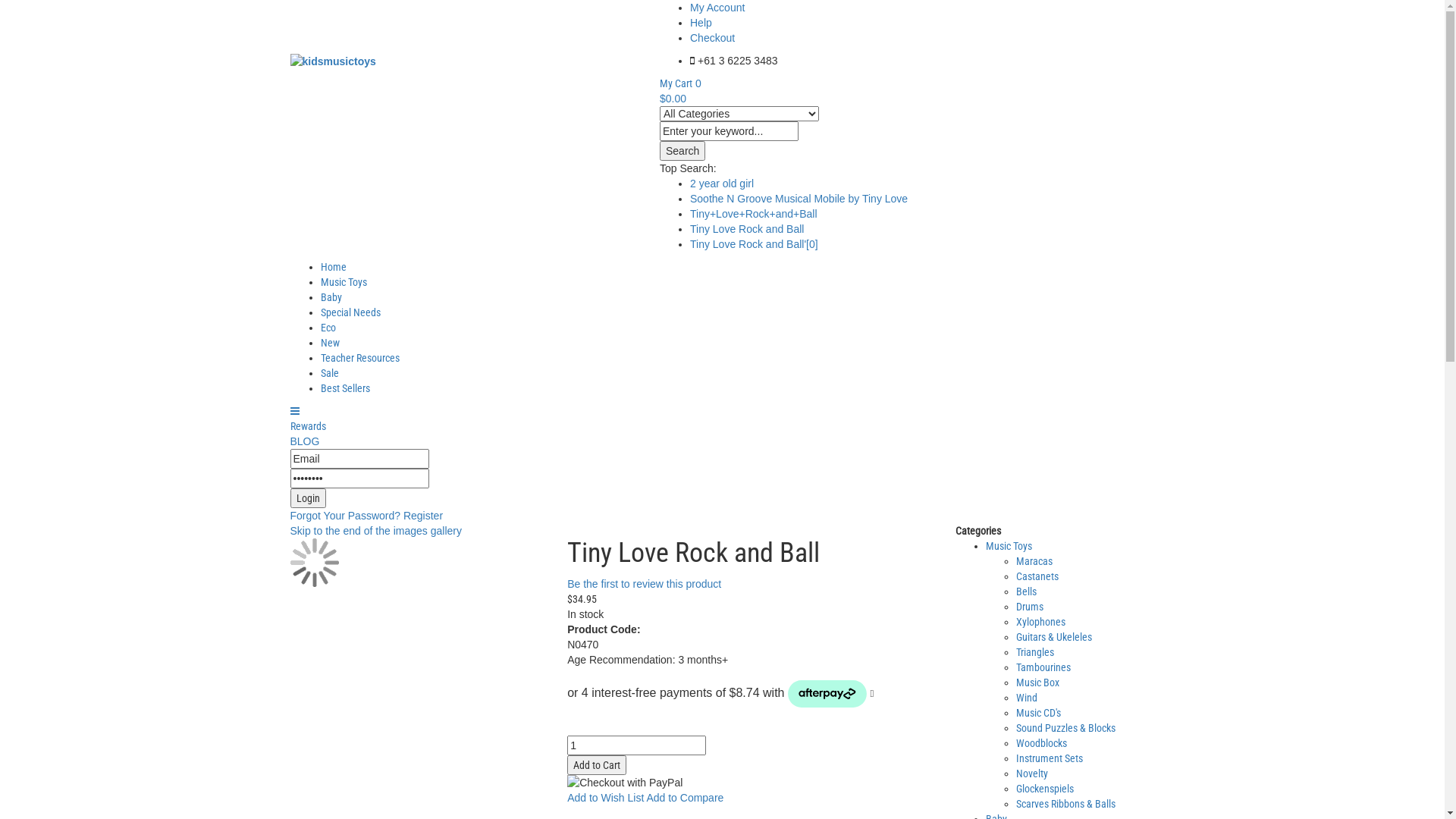 The width and height of the screenshot is (1456, 819). What do you see at coordinates (1043, 788) in the screenshot?
I see `'Glockenspiels'` at bounding box center [1043, 788].